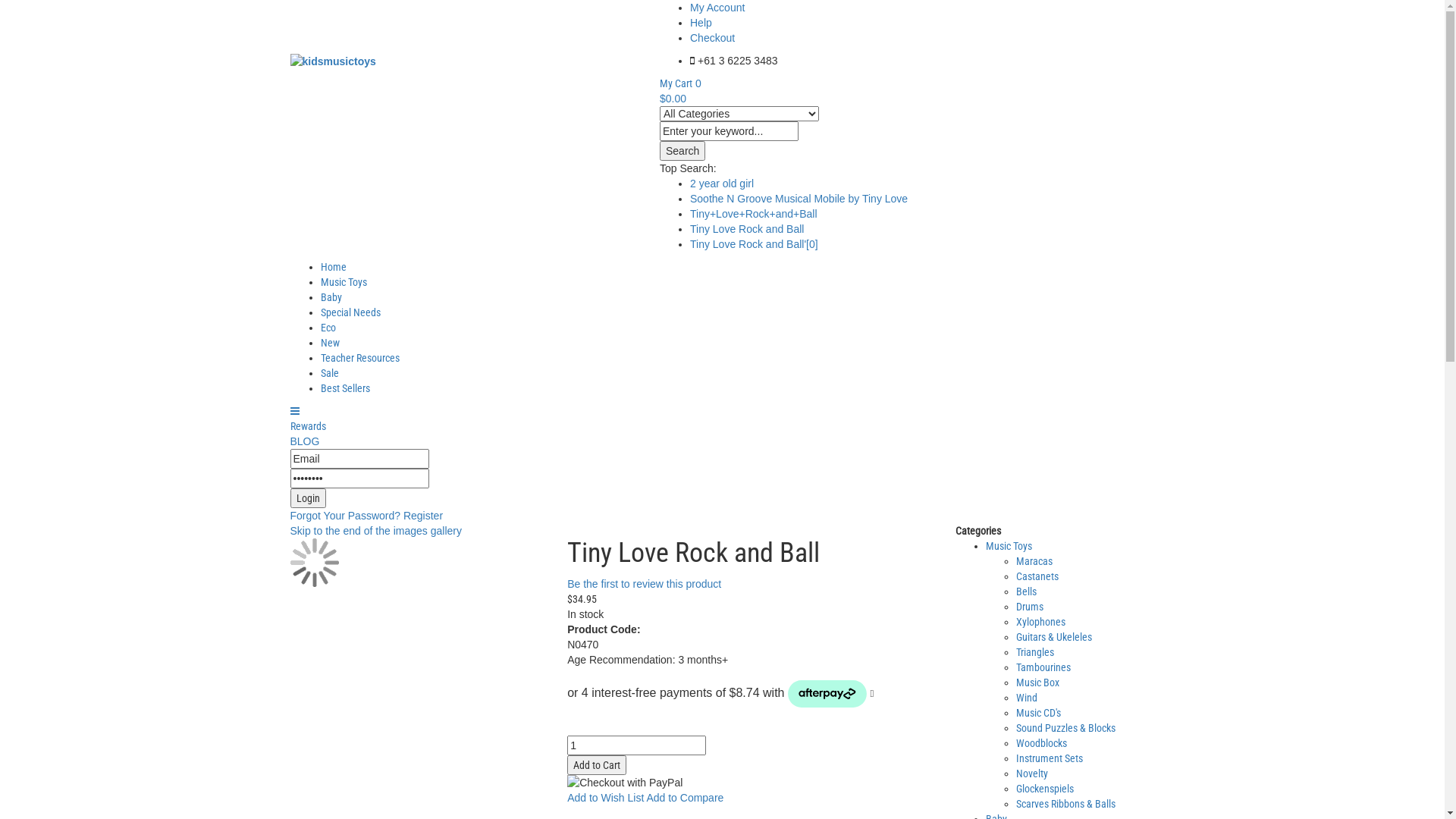 The width and height of the screenshot is (1456, 819). What do you see at coordinates (1043, 788) in the screenshot?
I see `'Glockenspiels'` at bounding box center [1043, 788].